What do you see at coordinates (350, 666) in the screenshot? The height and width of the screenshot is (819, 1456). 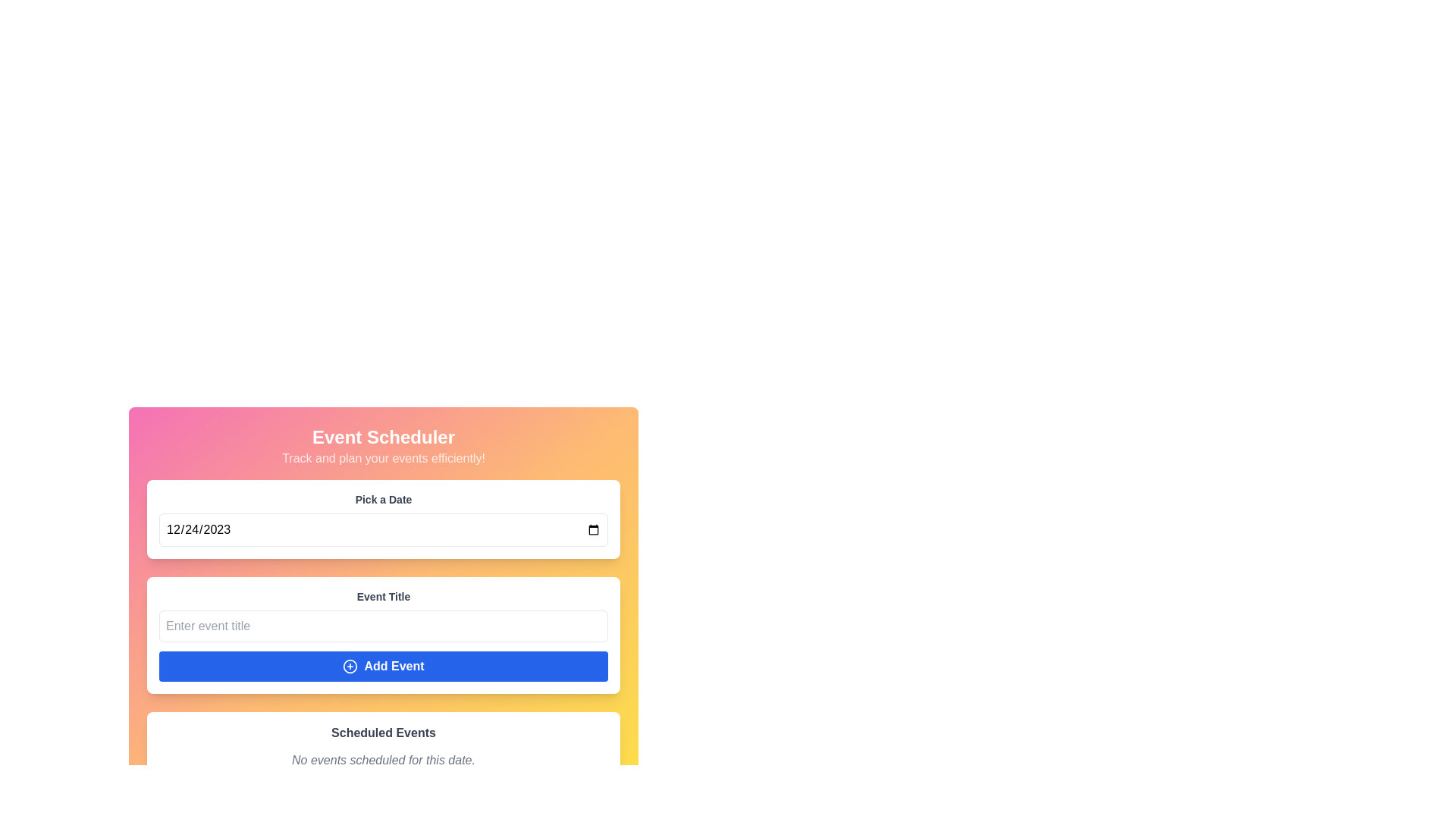 I see `the decorative circle within the 'Add Event' button, which enhances the visual appeal and is aligned with the '+' symbol` at bounding box center [350, 666].